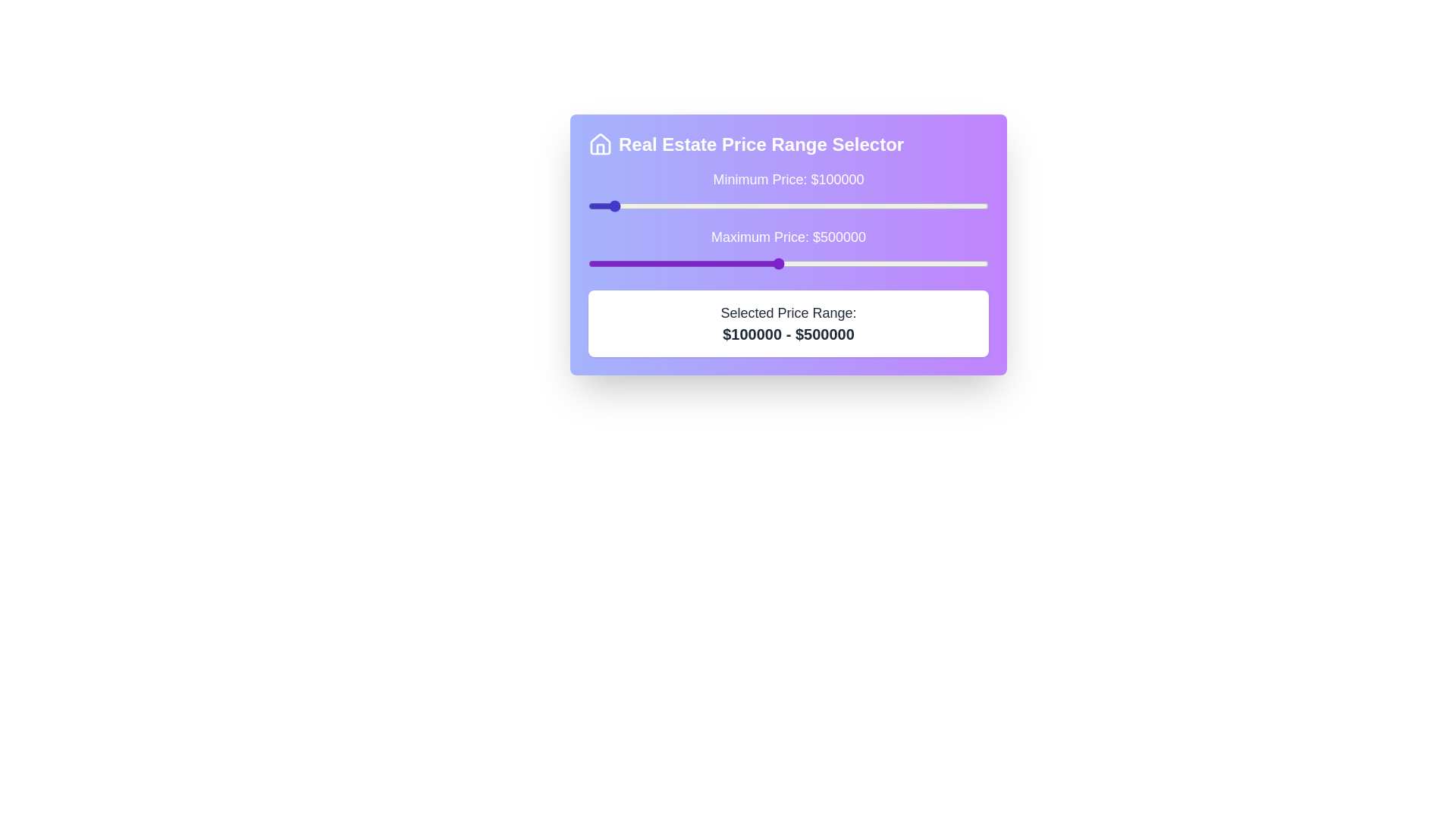 This screenshot has width=1456, height=819. Describe the element at coordinates (670, 262) in the screenshot. I see `the maximum price slider to 245493` at that location.